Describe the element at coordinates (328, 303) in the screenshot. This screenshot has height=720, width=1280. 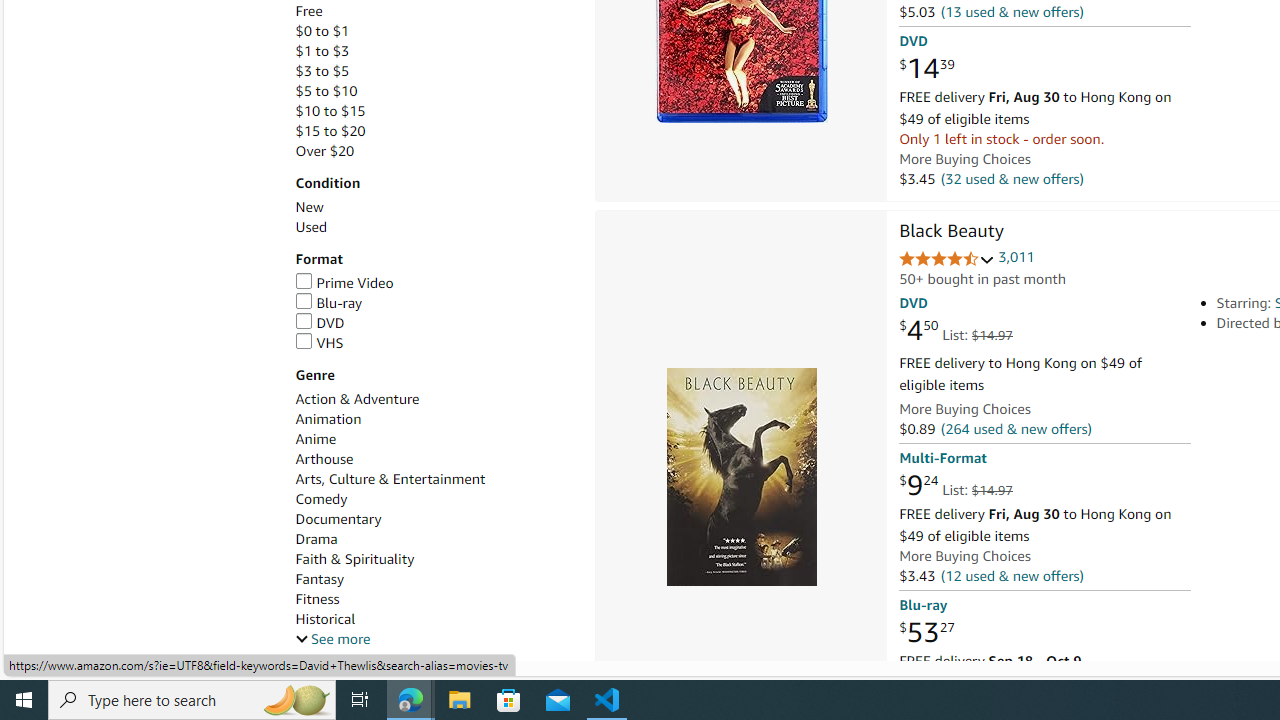
I see `'Blu-ray'` at that location.